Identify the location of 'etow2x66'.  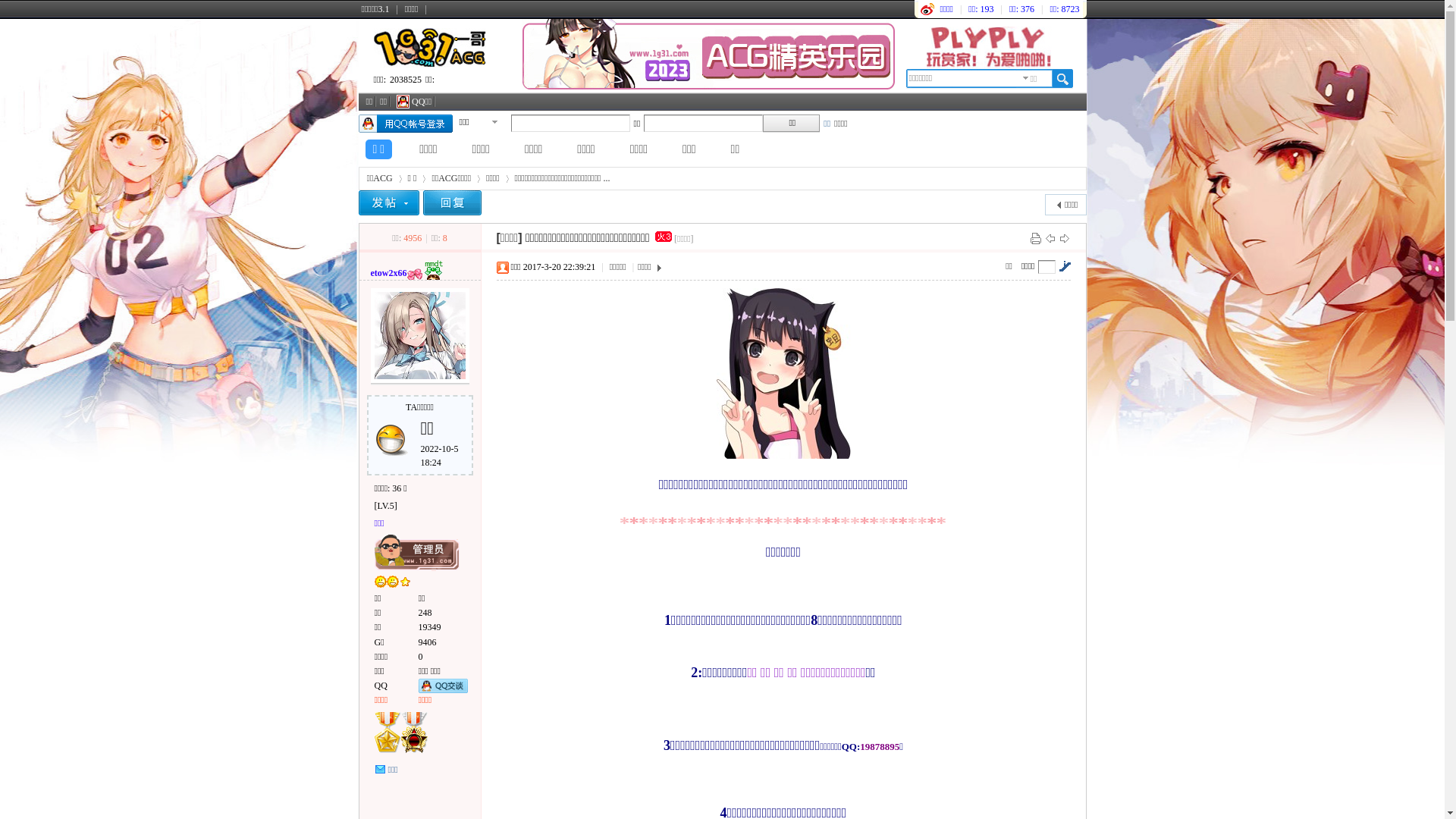
(370, 271).